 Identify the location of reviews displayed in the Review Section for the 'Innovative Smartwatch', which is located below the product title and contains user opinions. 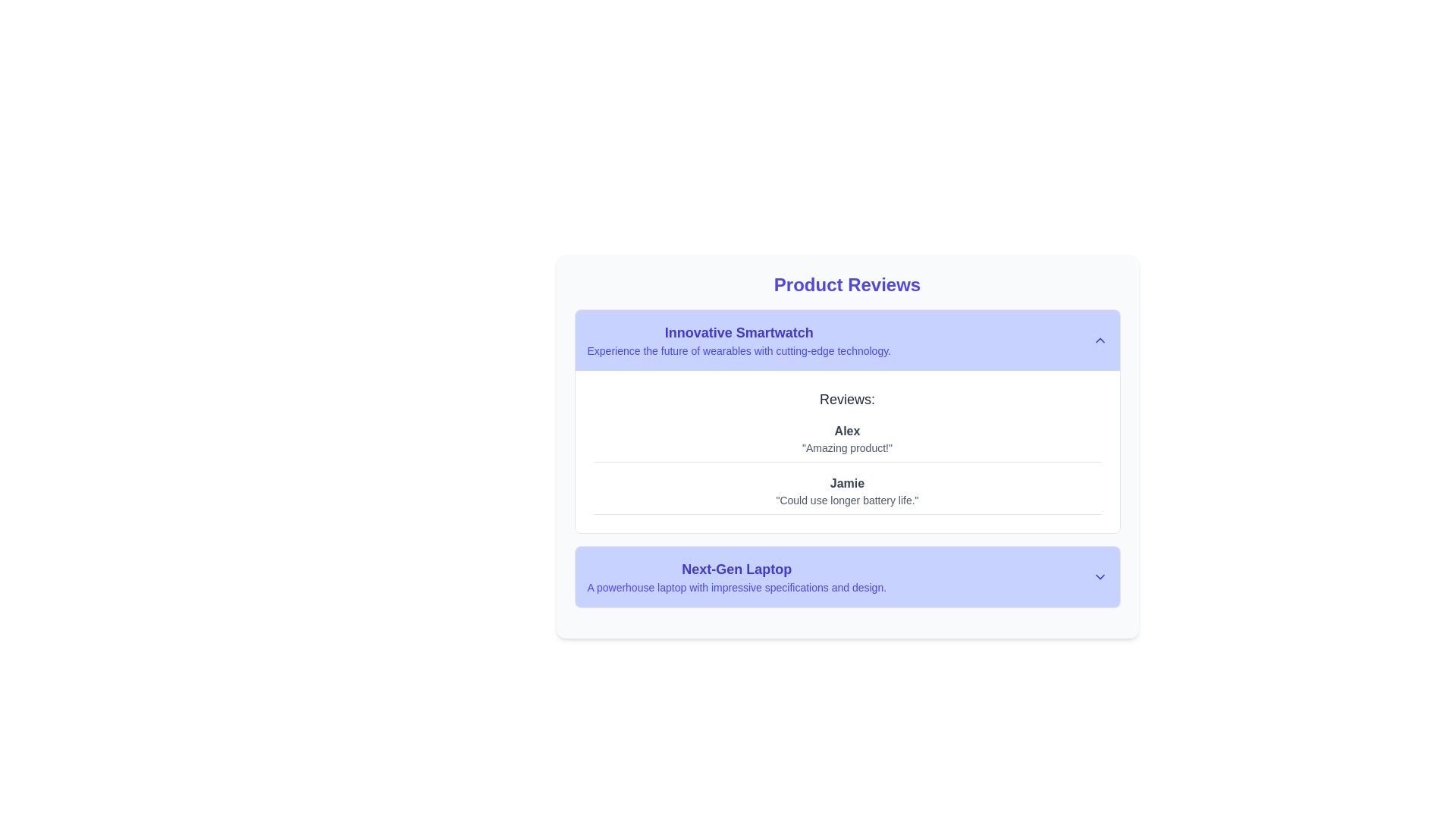
(846, 451).